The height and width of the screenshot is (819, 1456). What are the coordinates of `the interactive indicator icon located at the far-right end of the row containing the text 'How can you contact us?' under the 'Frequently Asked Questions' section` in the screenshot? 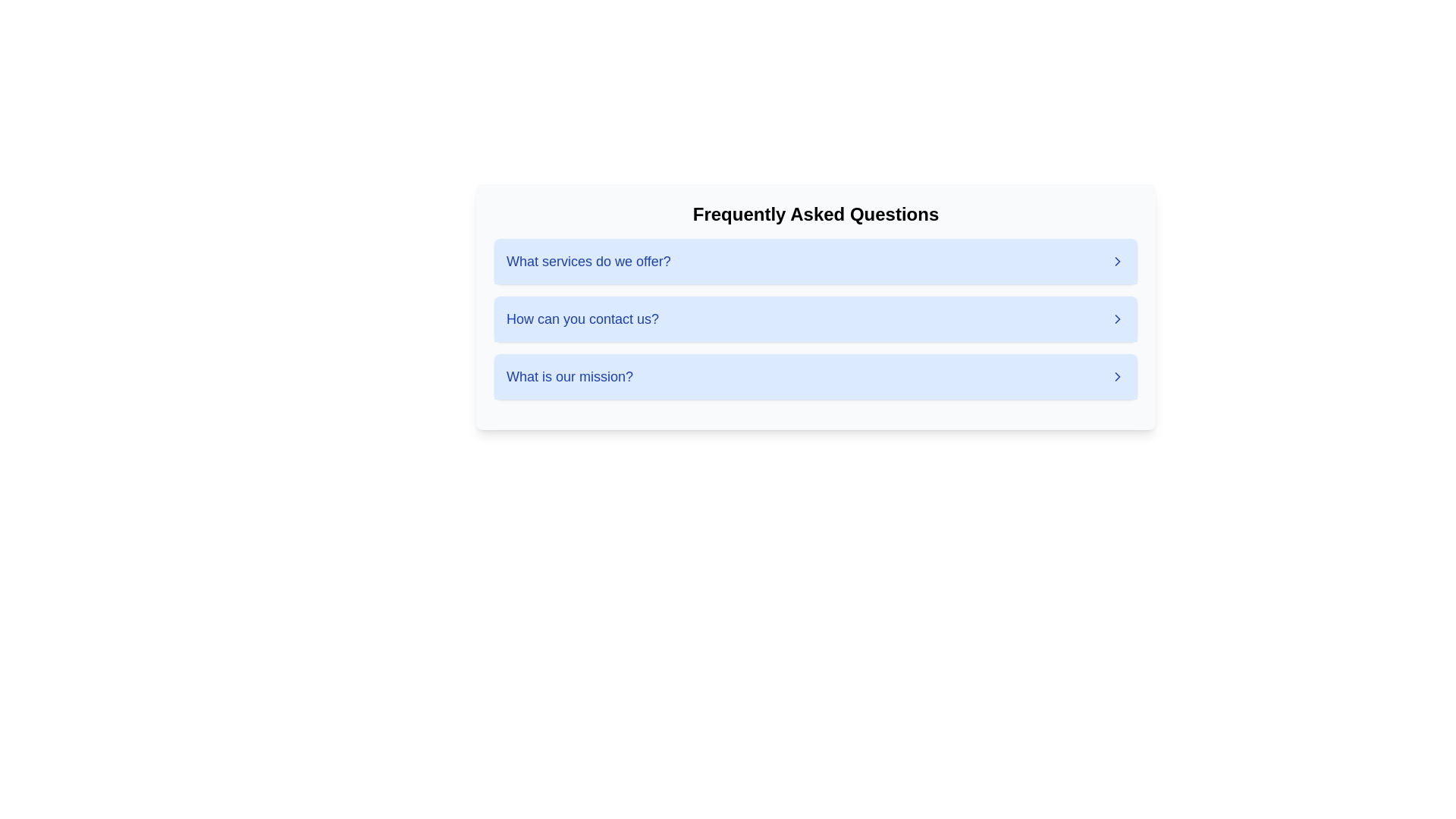 It's located at (1117, 318).